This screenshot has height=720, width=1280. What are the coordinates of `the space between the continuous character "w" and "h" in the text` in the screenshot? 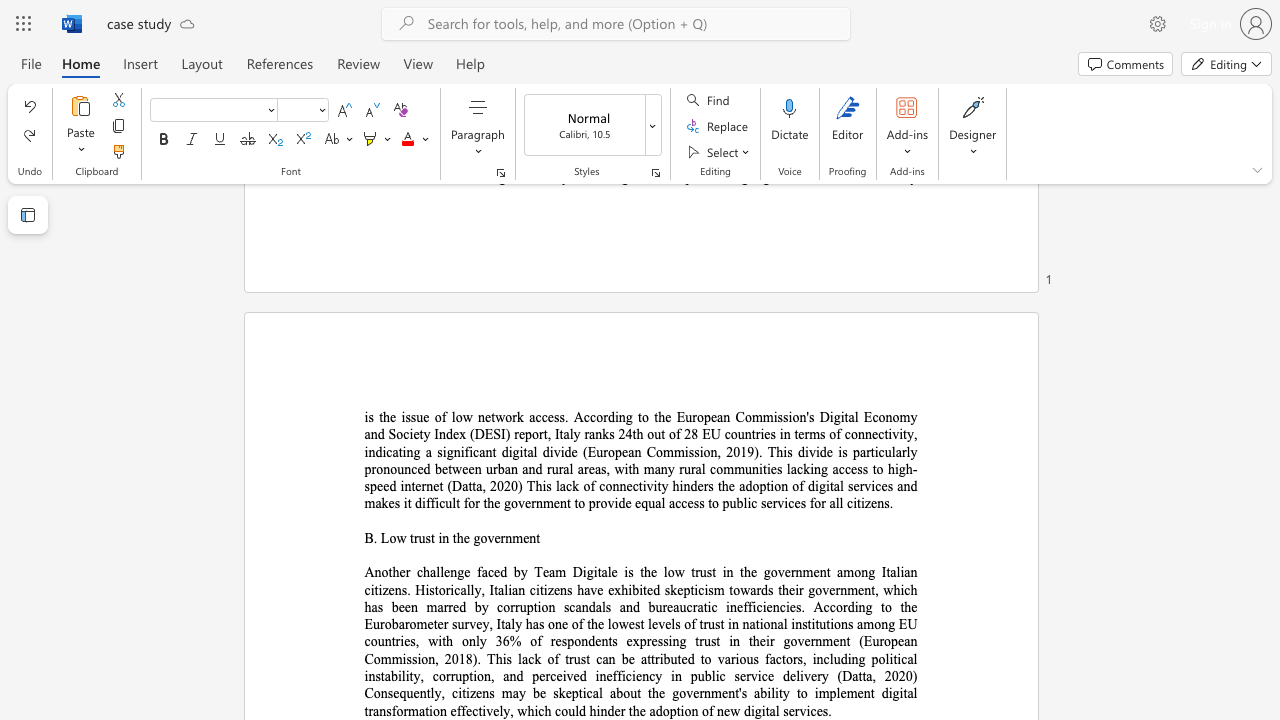 It's located at (891, 589).